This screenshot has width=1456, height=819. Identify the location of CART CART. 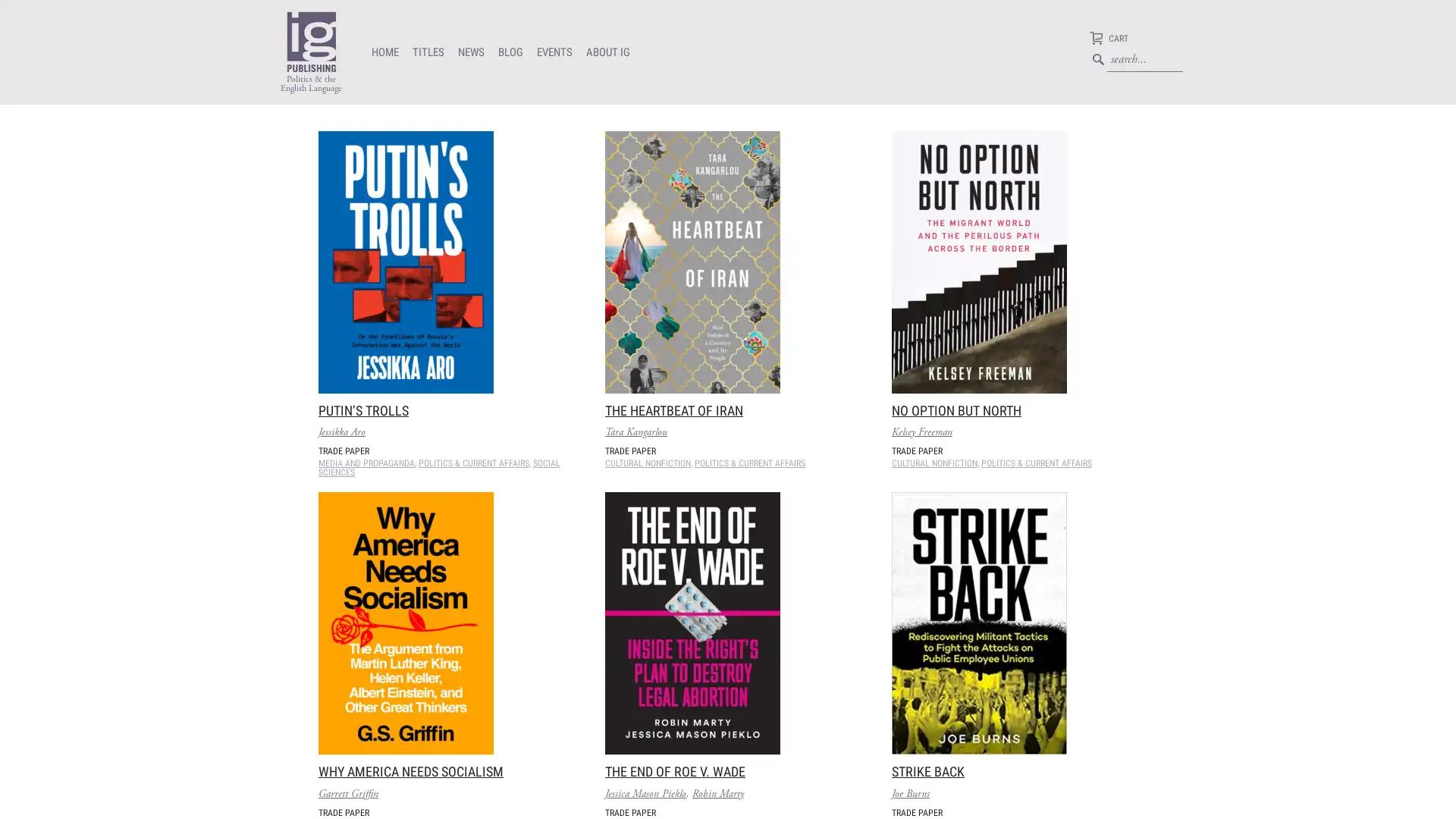
(1109, 39).